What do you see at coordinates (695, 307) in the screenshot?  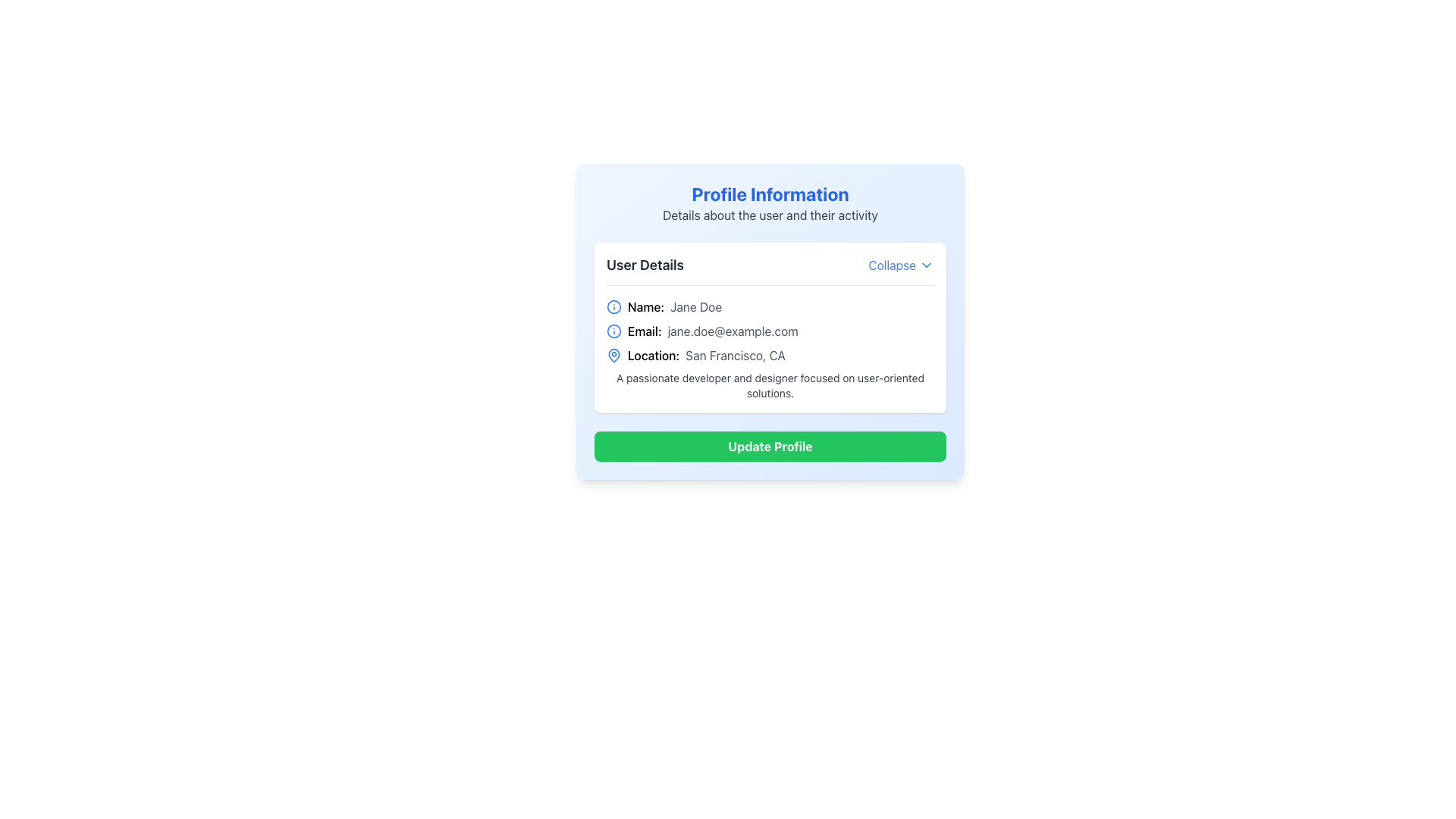 I see `name displayed in the static text element showing 'Jane Doe', which is located to the right of the 'Name:' label in the 'User Details' section` at bounding box center [695, 307].